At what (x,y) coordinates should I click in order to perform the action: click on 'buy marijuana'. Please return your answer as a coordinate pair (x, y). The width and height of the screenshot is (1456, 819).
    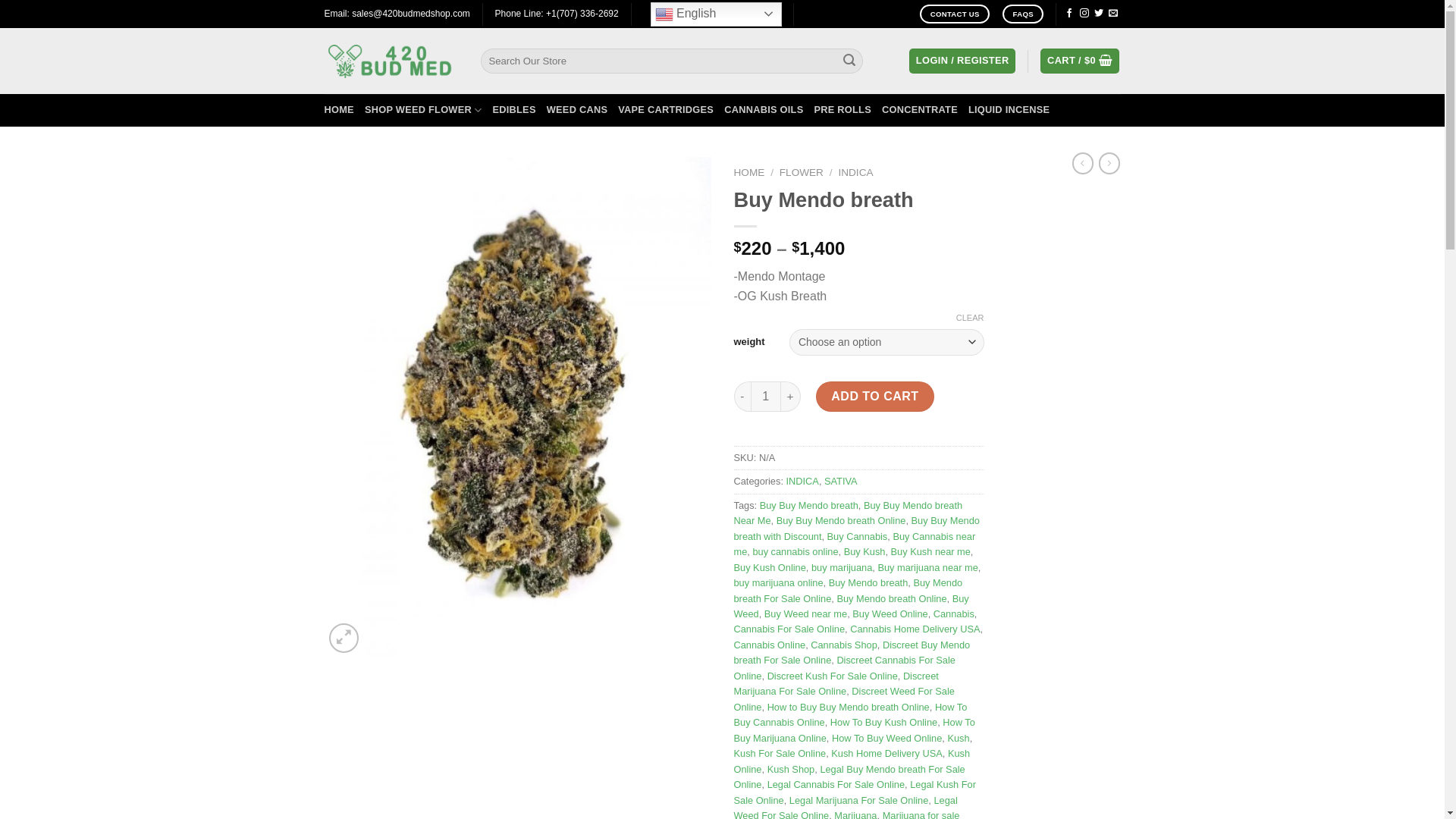
    Looking at the image, I should click on (840, 567).